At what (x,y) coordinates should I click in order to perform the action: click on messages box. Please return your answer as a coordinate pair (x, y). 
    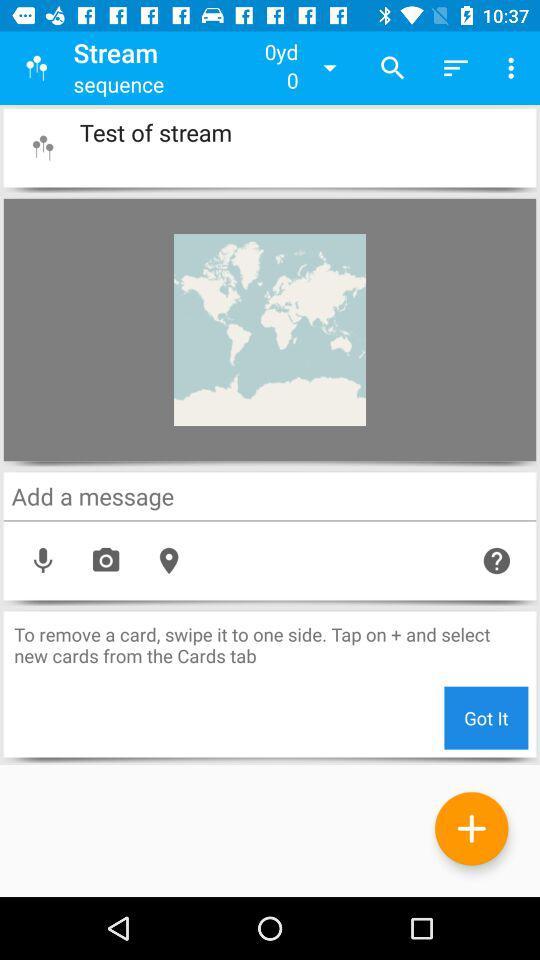
    Looking at the image, I should click on (270, 495).